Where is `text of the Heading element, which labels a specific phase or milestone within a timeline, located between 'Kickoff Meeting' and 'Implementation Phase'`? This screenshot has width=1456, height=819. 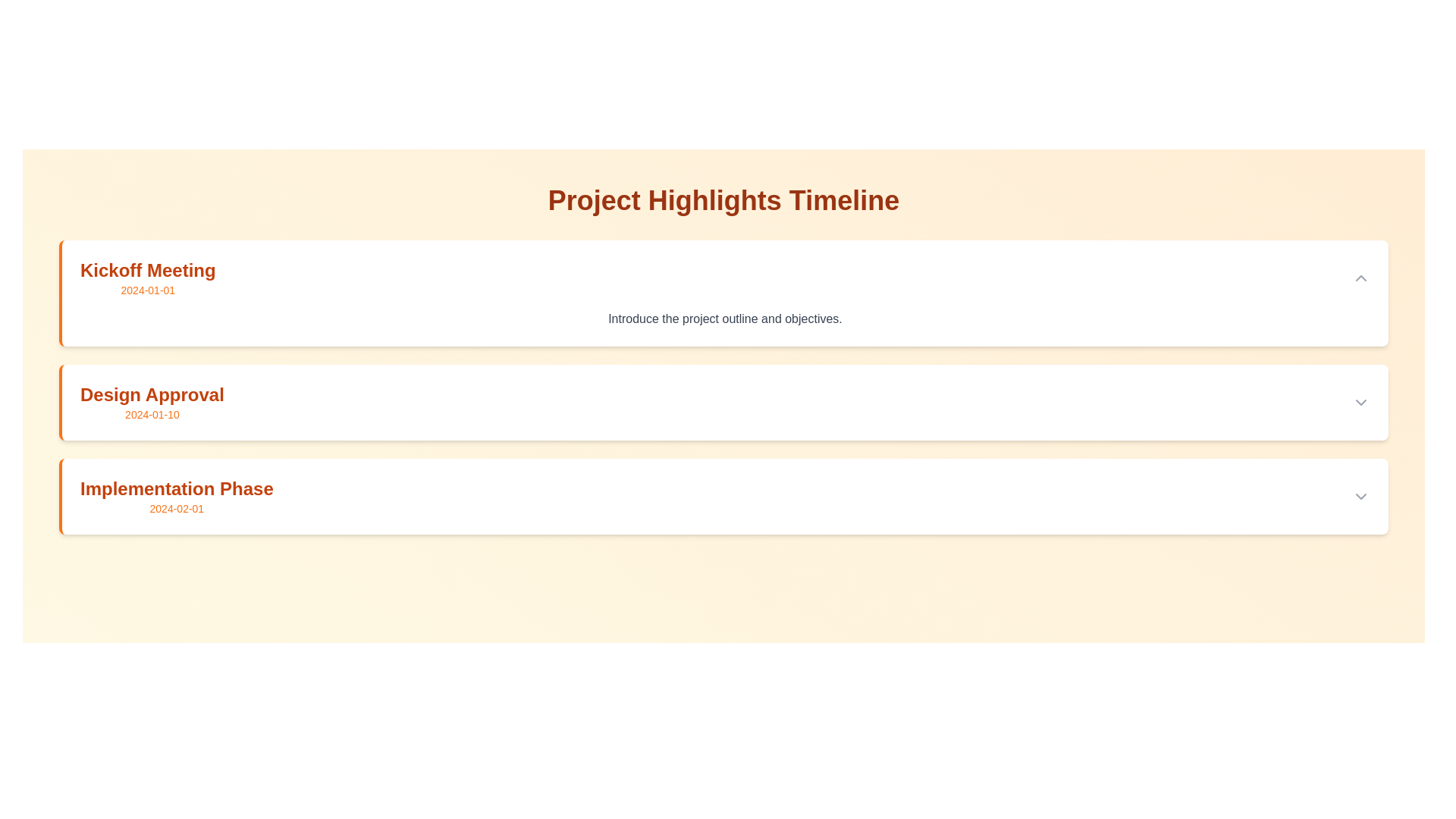 text of the Heading element, which labels a specific phase or milestone within a timeline, located between 'Kickoff Meeting' and 'Implementation Phase' is located at coordinates (152, 394).